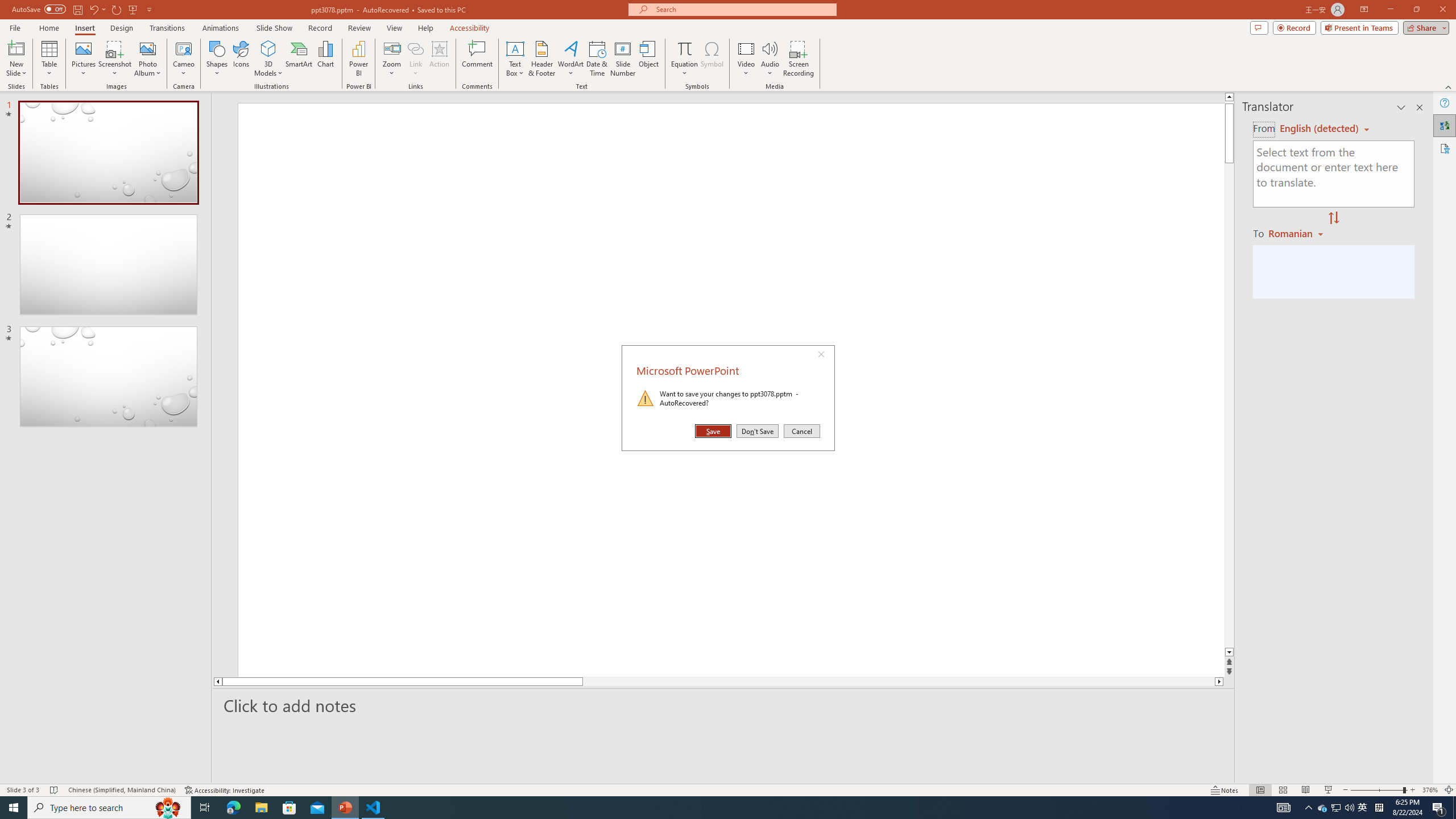  What do you see at coordinates (684, 59) in the screenshot?
I see `'Equation'` at bounding box center [684, 59].